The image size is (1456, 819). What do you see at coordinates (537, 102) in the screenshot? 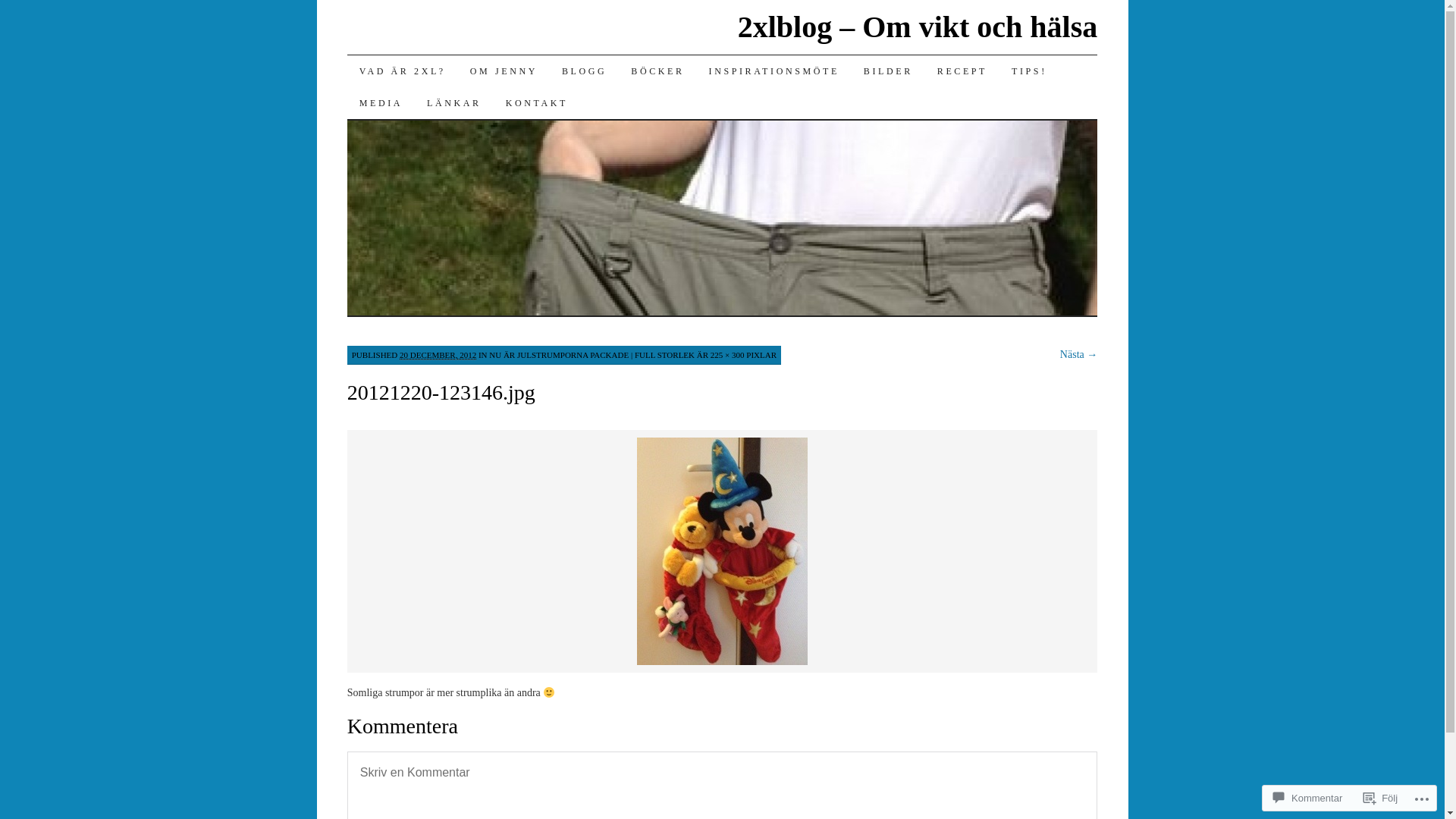
I see `'KONTAKT'` at bounding box center [537, 102].